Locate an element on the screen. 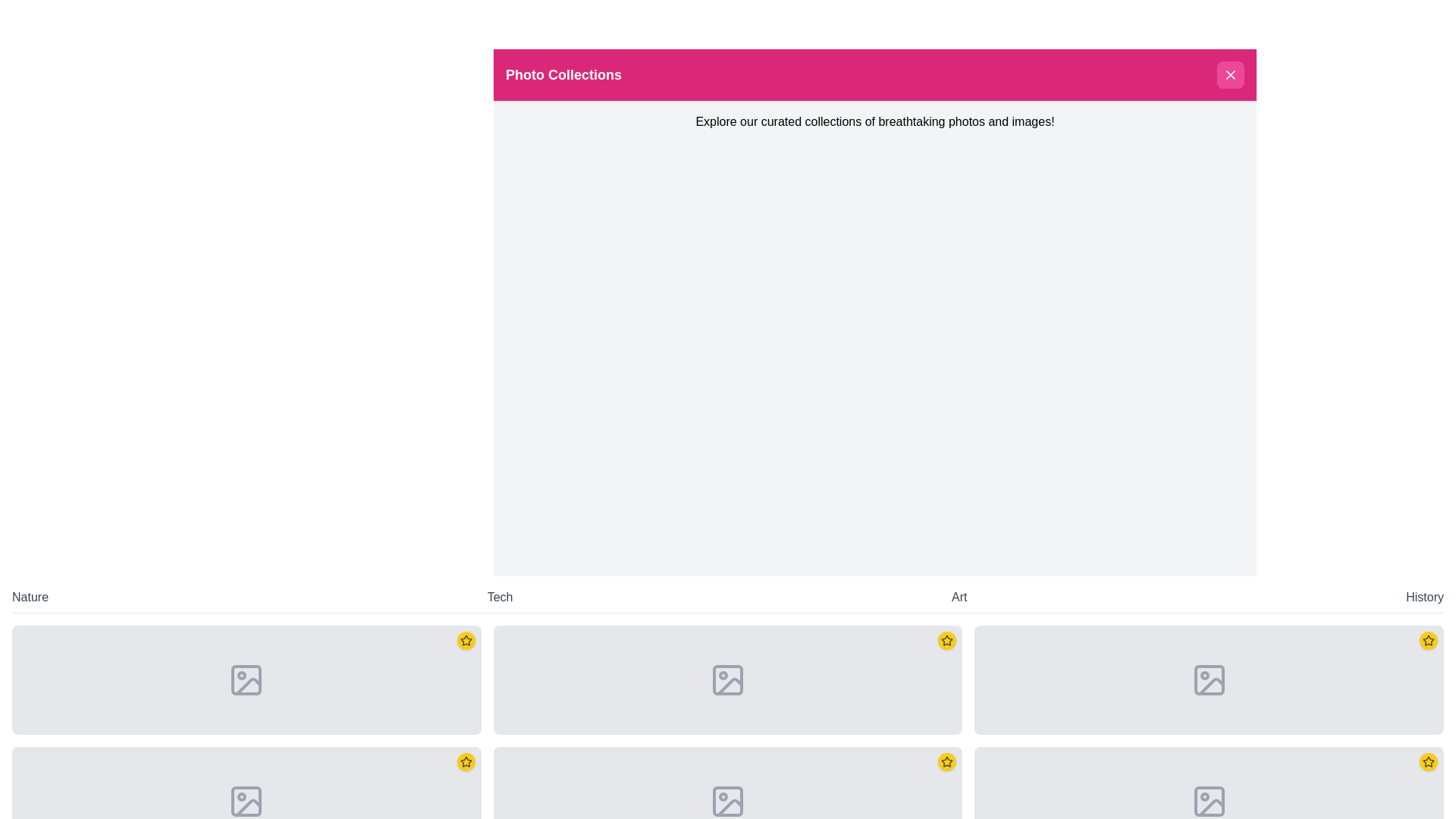  the star icon located at the top-right corner of a square card under the 'Art' category for more information is located at coordinates (946, 761).